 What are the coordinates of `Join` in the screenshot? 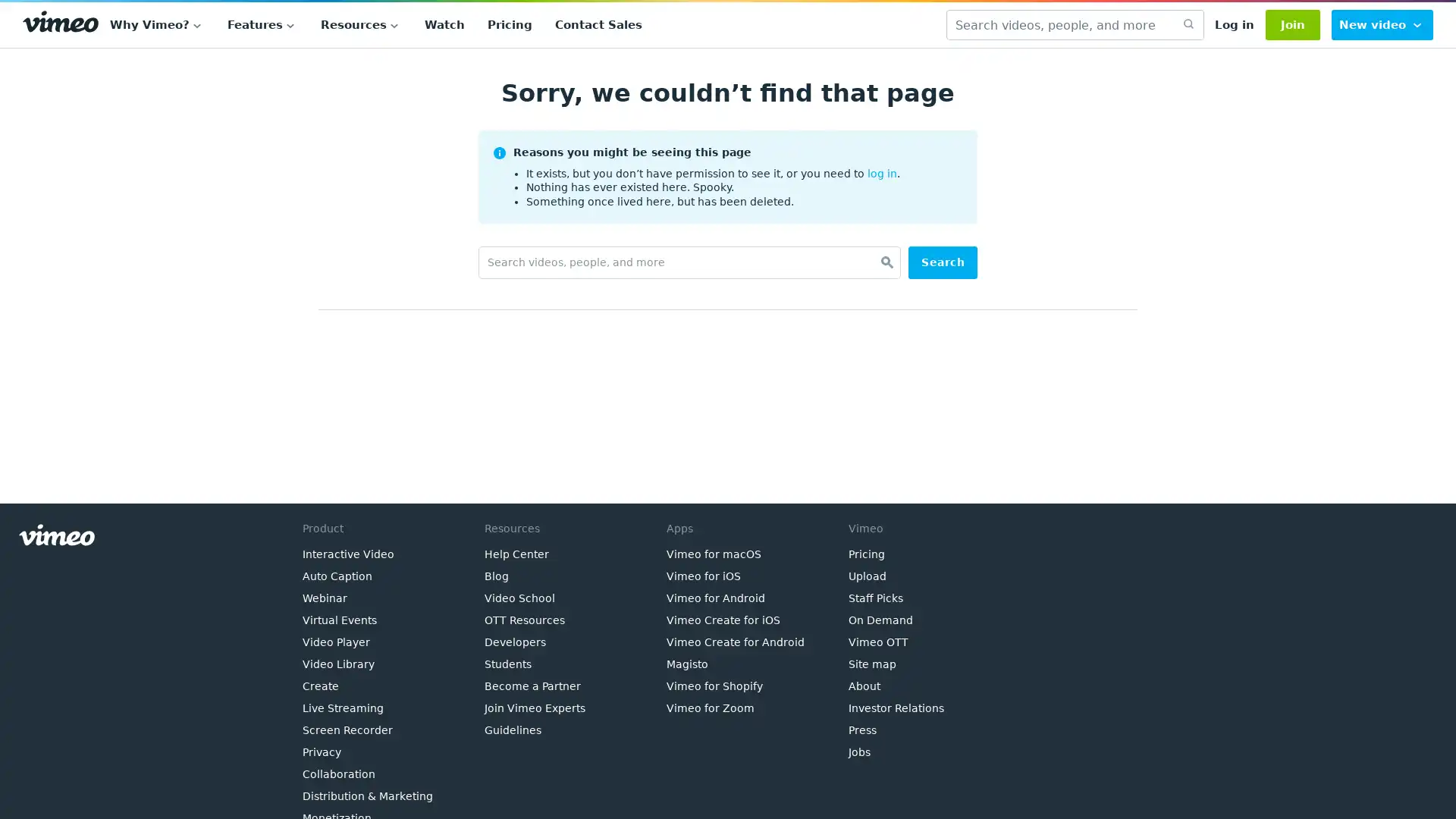 It's located at (1291, 25).